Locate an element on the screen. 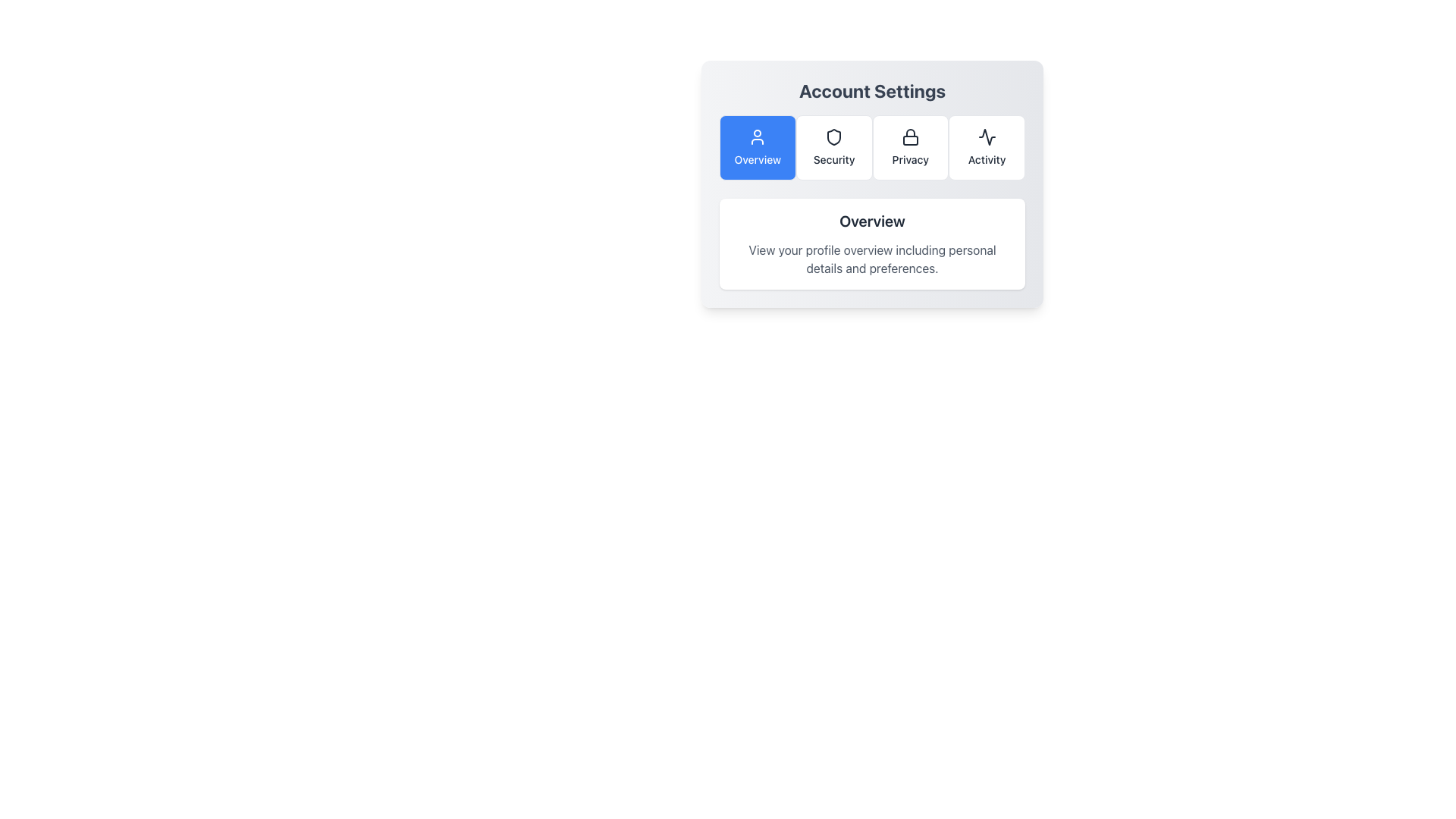 This screenshot has height=819, width=1456. the 'Security' icon located beneath the 'Account Settings' title to trigger hover effects is located at coordinates (833, 137).